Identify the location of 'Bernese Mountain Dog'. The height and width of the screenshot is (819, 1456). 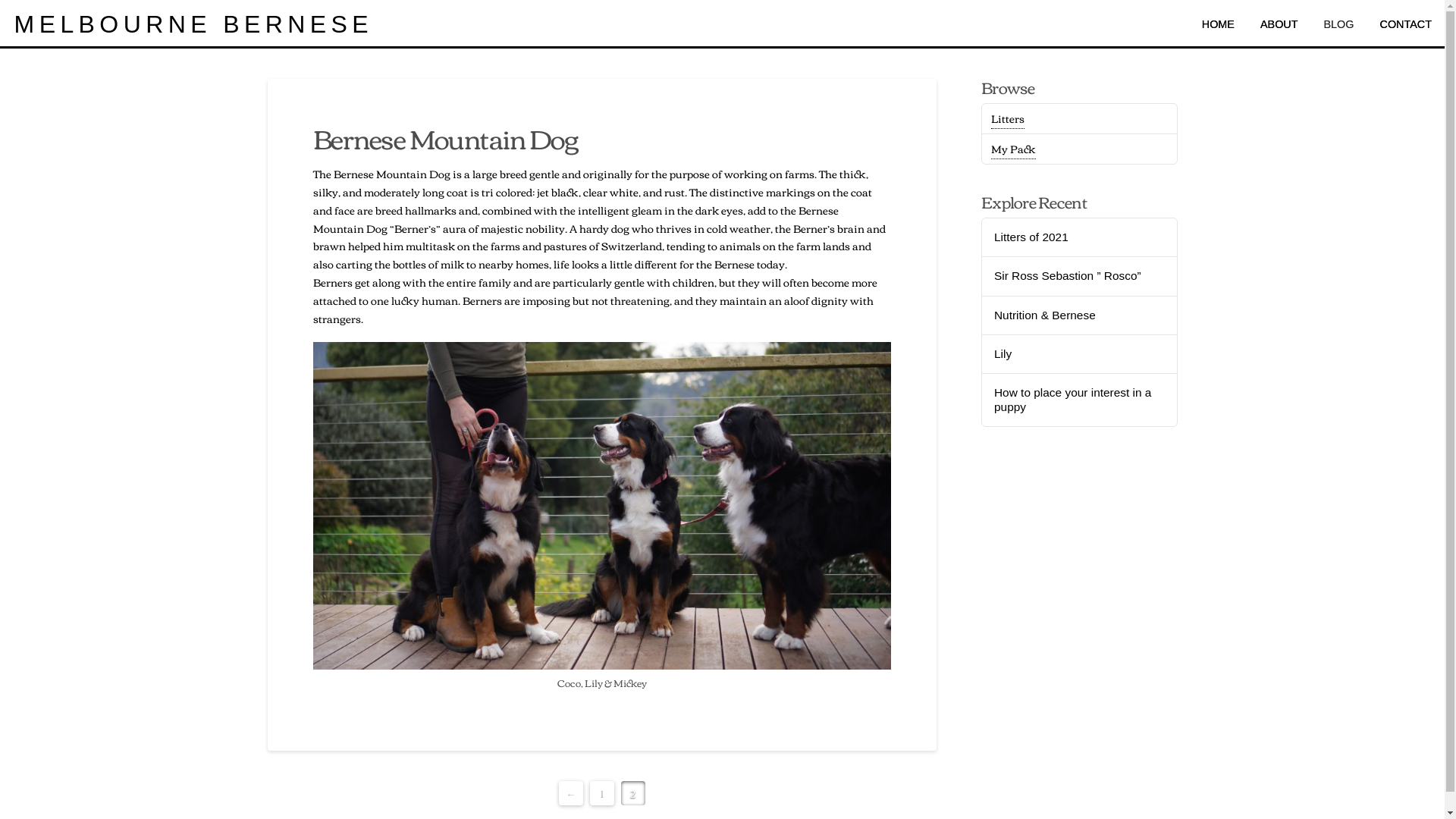
(444, 137).